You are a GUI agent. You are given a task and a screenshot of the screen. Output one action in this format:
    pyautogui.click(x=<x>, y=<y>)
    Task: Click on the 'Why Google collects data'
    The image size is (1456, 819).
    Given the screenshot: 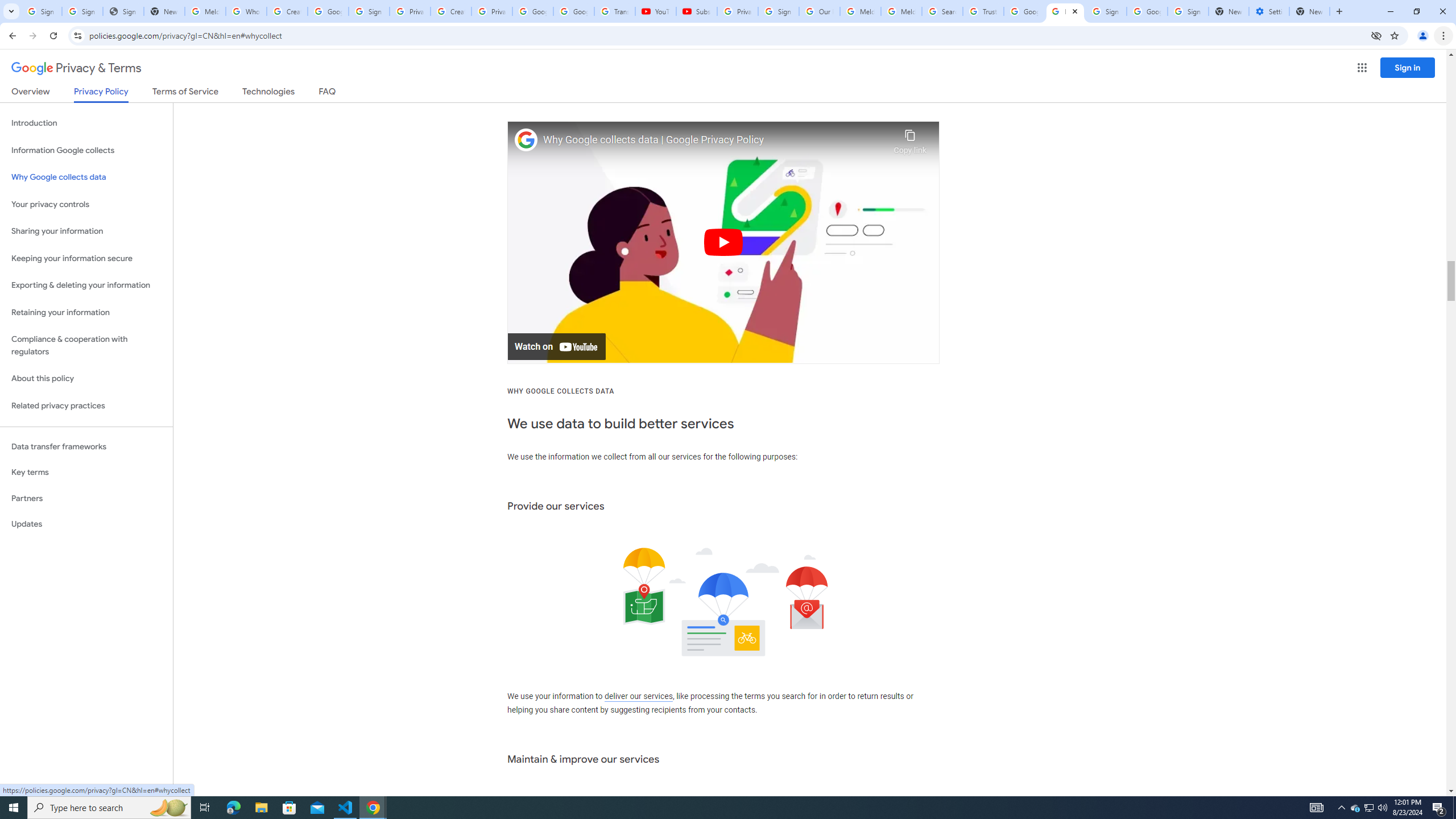 What is the action you would take?
    pyautogui.click(x=86, y=176)
    